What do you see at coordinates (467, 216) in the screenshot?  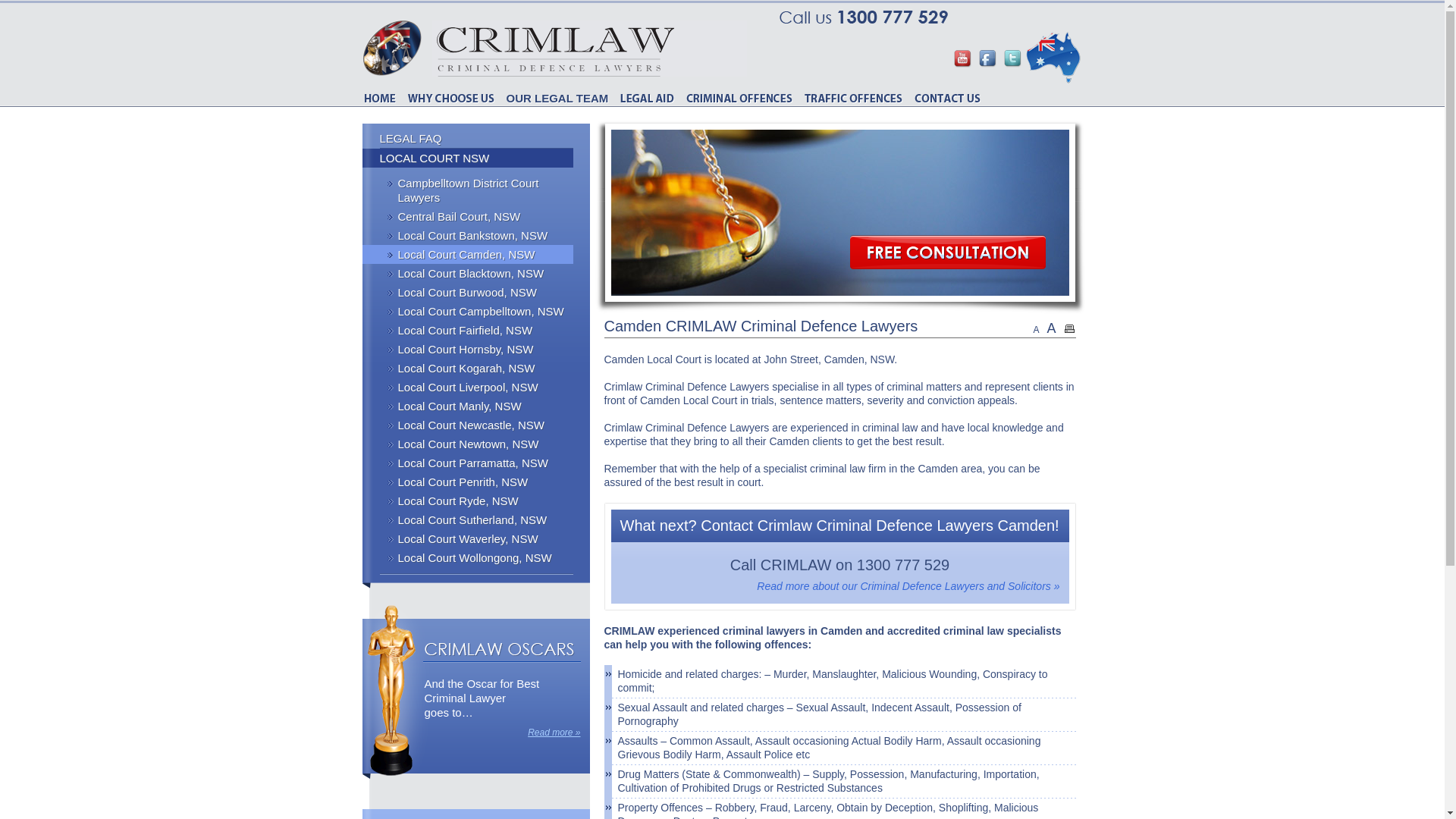 I see `'Central Bail Court, NSW'` at bounding box center [467, 216].